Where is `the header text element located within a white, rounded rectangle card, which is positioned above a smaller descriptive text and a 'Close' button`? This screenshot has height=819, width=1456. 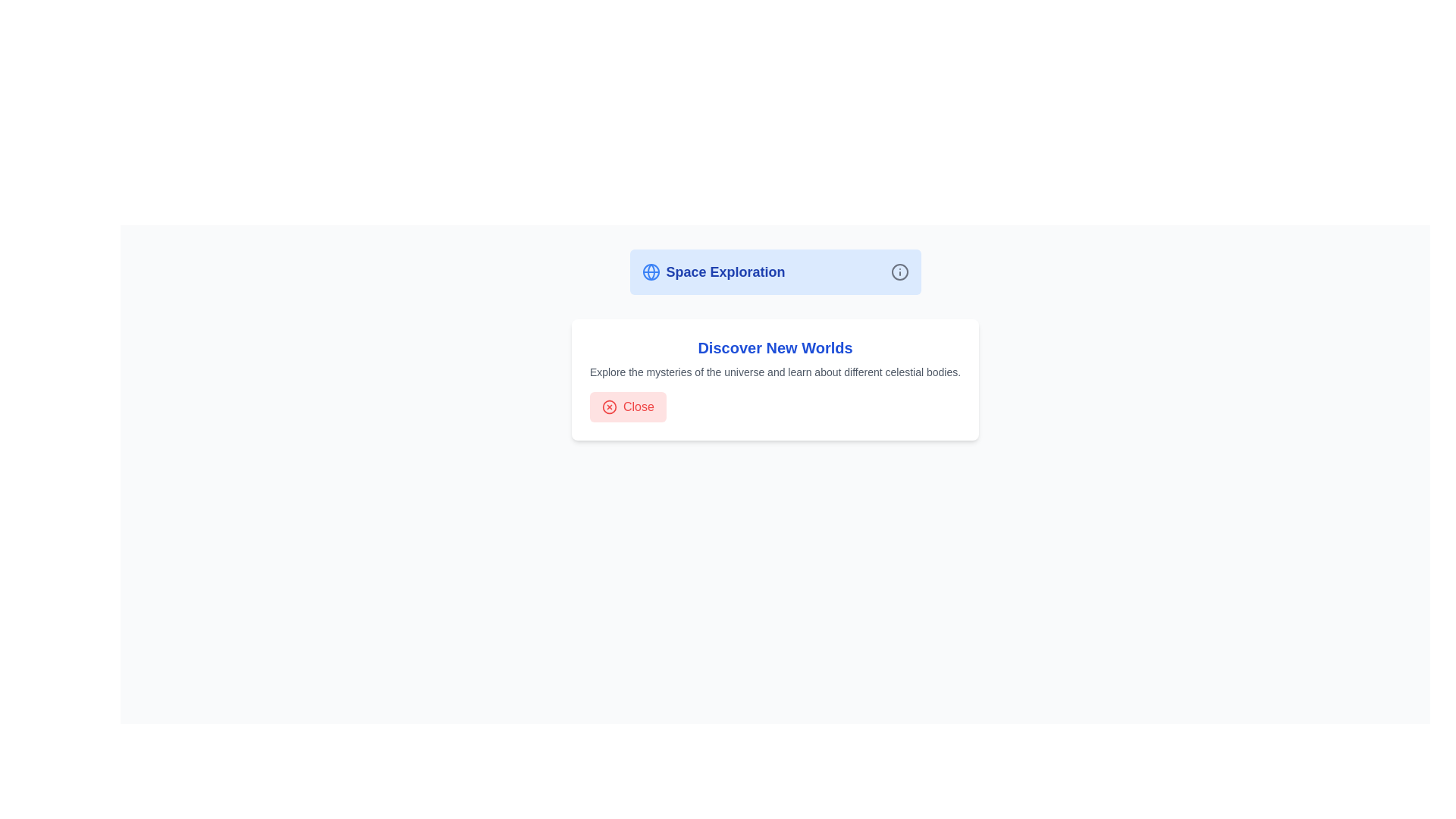 the header text element located within a white, rounded rectangle card, which is positioned above a smaller descriptive text and a 'Close' button is located at coordinates (775, 348).